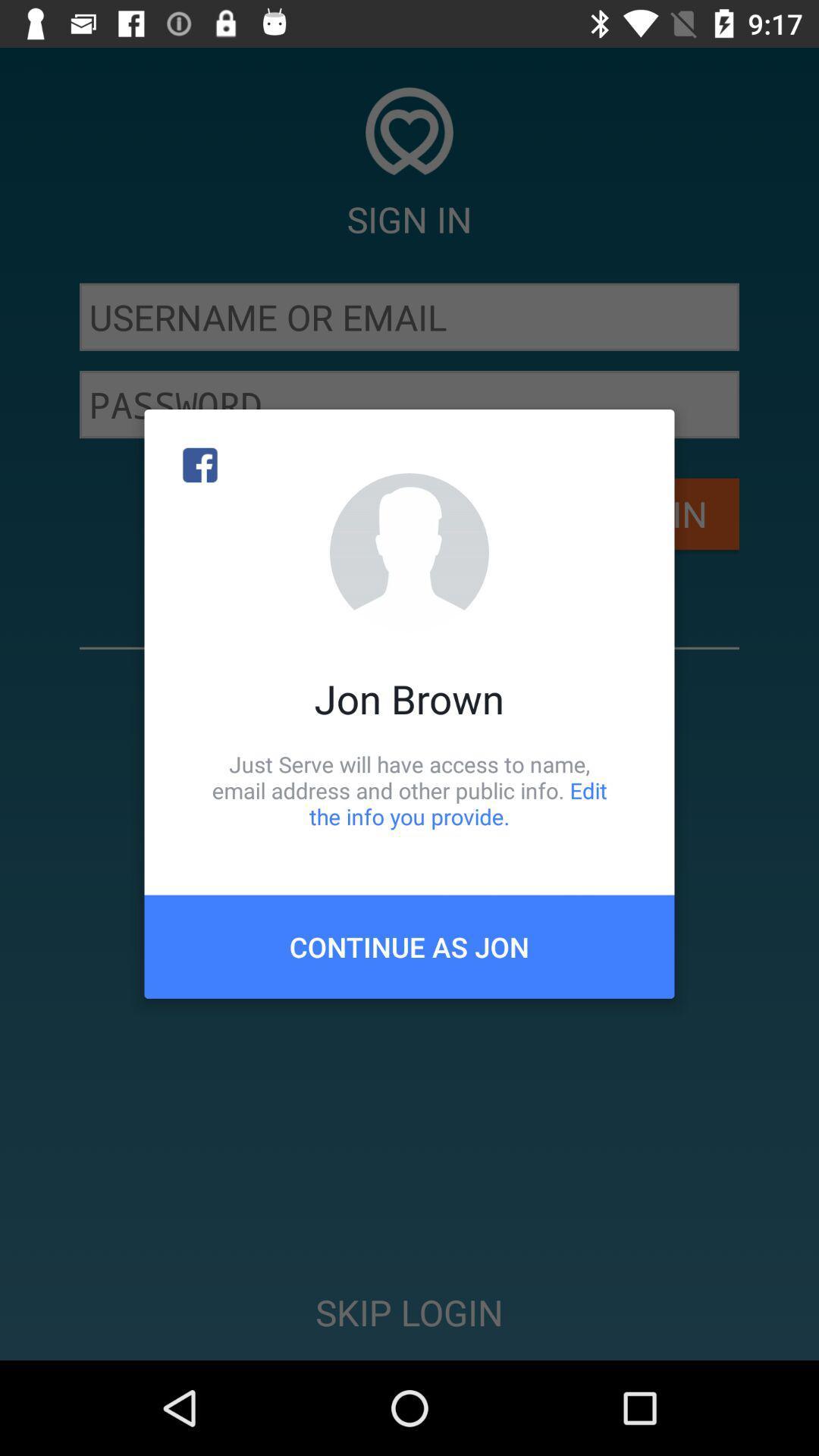 The image size is (819, 1456). I want to click on continue as jon item, so click(409, 946).